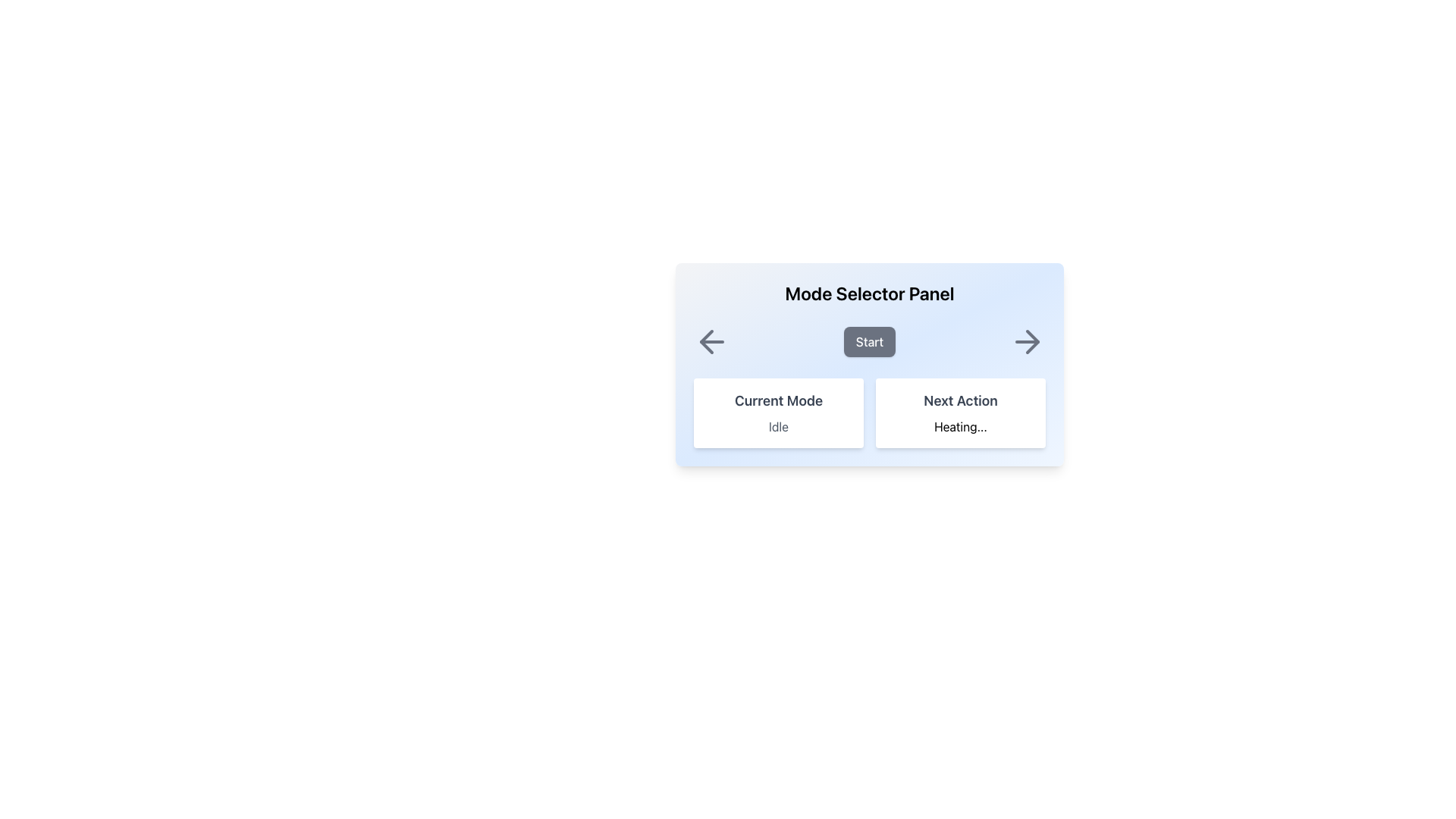 Image resolution: width=1456 pixels, height=819 pixels. What do you see at coordinates (870, 413) in the screenshot?
I see `displayed information from the Data Display Panel, which shows the current mode and next action of the system` at bounding box center [870, 413].